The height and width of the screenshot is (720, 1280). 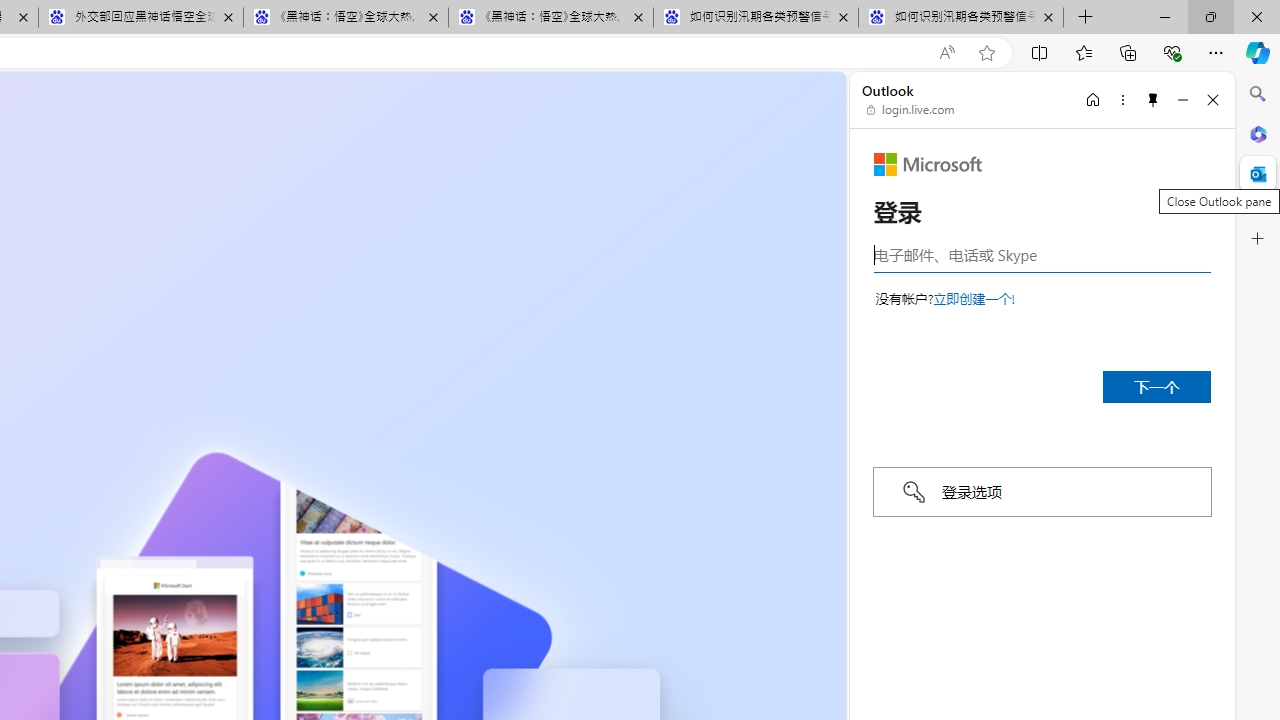 What do you see at coordinates (927, 163) in the screenshot?
I see `'Microsoft'` at bounding box center [927, 163].